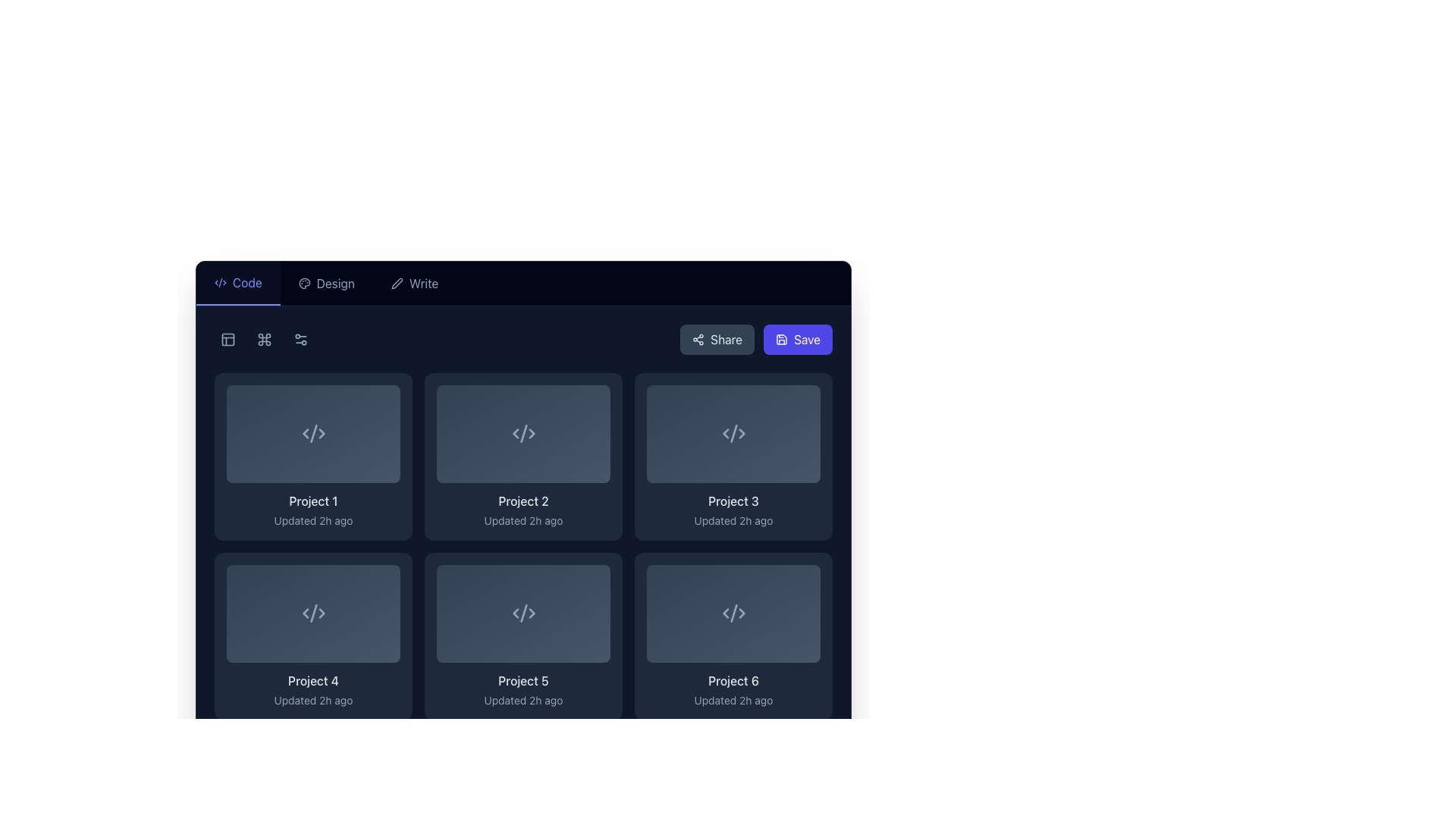 The width and height of the screenshot is (1456, 819). I want to click on the 'Code' tab navigation button, which is the first tab in the row, so click(237, 284).